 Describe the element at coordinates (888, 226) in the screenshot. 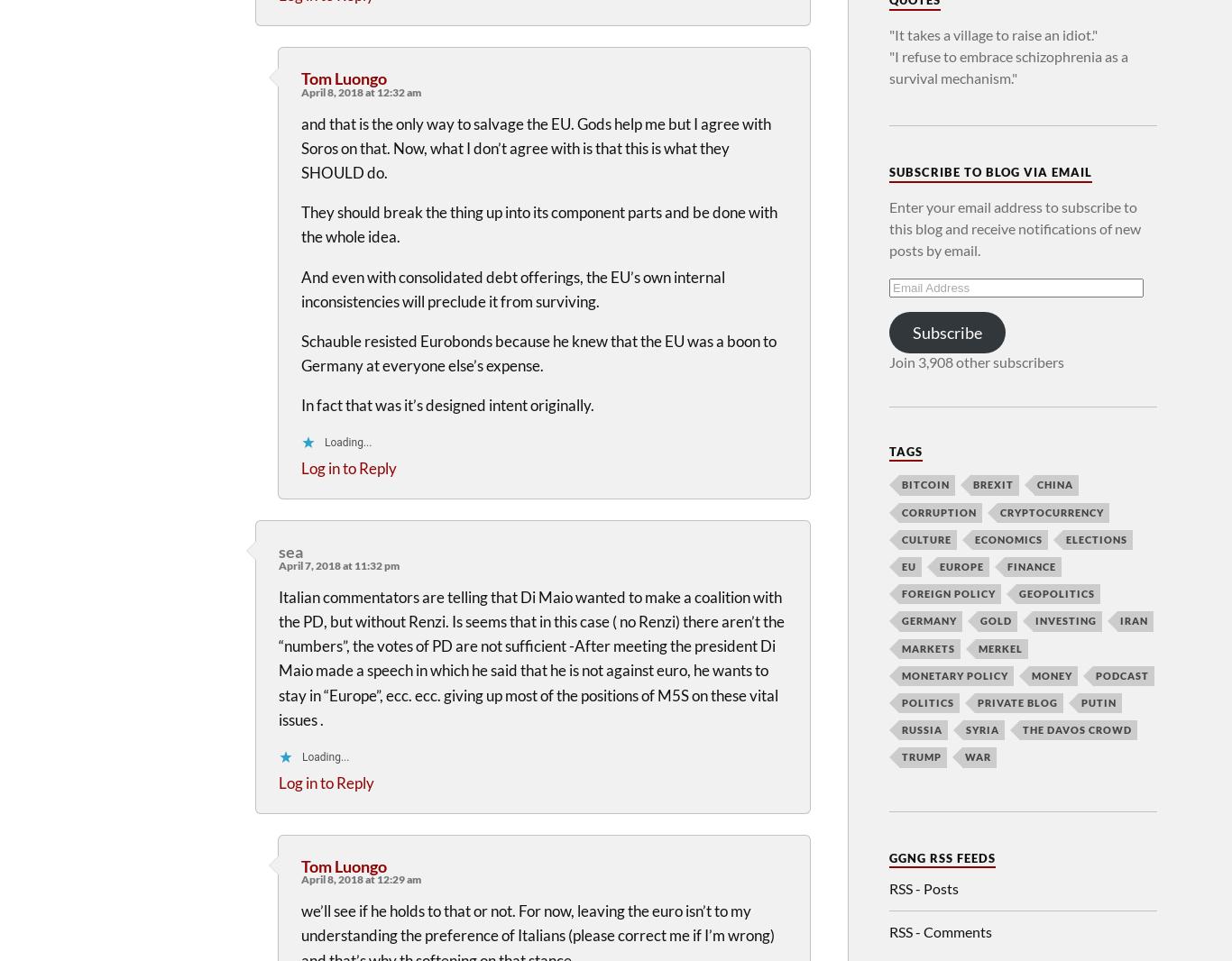

I see `'Enter your email address to subscribe to this blog and receive notifications of new posts by email.'` at that location.